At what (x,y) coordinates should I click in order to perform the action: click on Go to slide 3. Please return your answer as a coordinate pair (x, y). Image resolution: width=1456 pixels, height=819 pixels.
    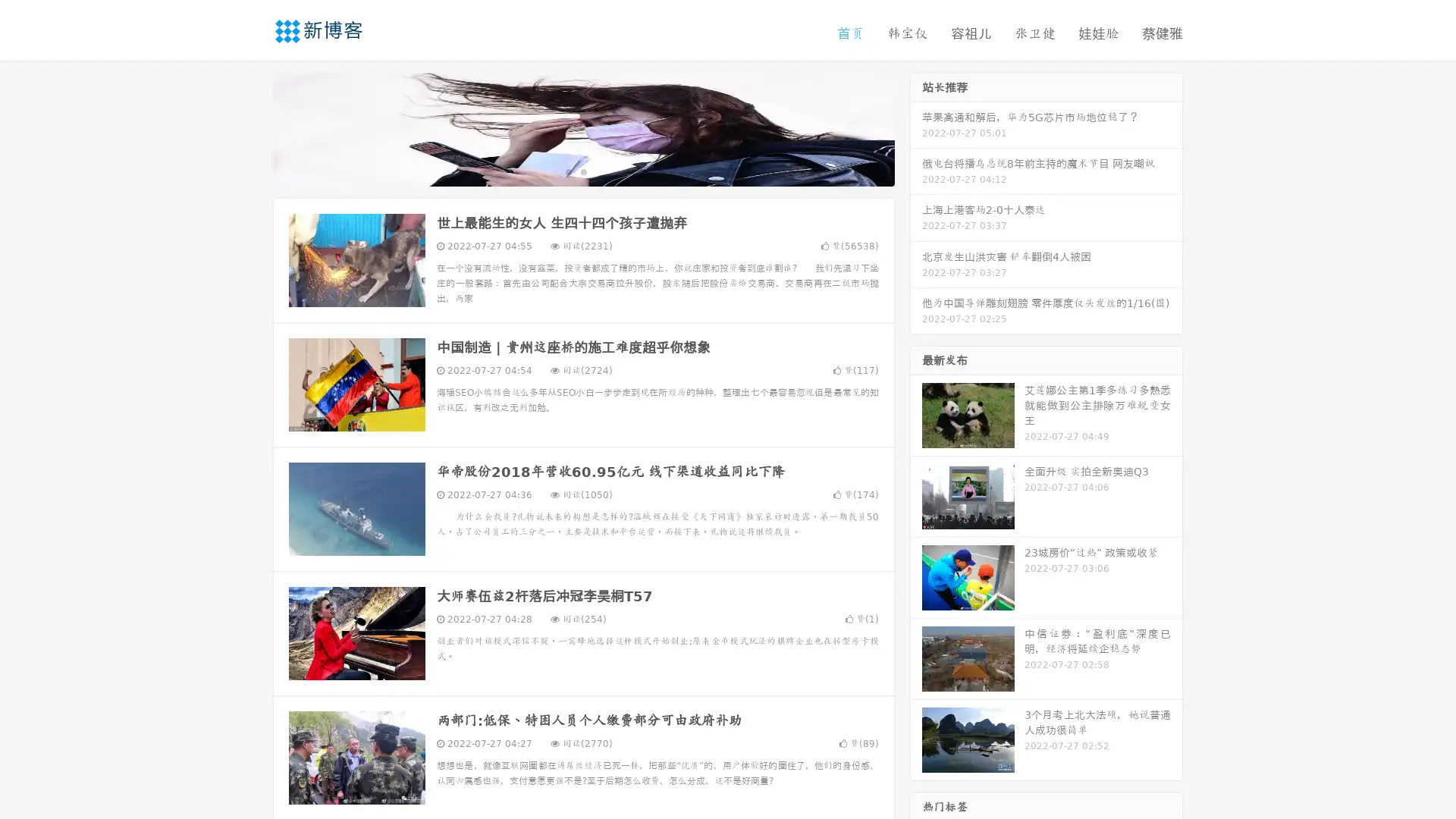
    Looking at the image, I should click on (598, 171).